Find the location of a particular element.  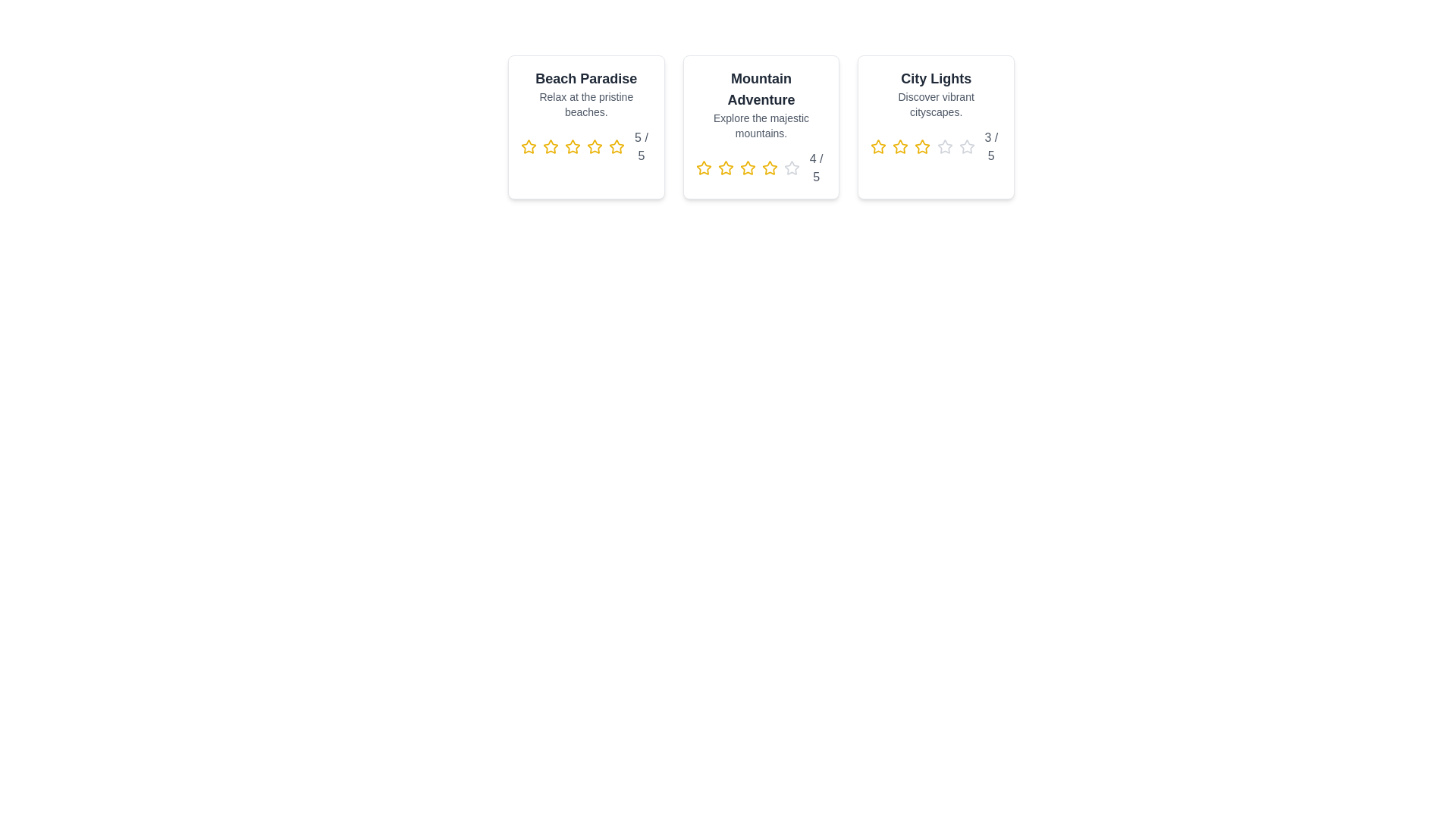

the rating for a destination to 2 stars by clicking on the corresponding star icon is located at coordinates (550, 146).